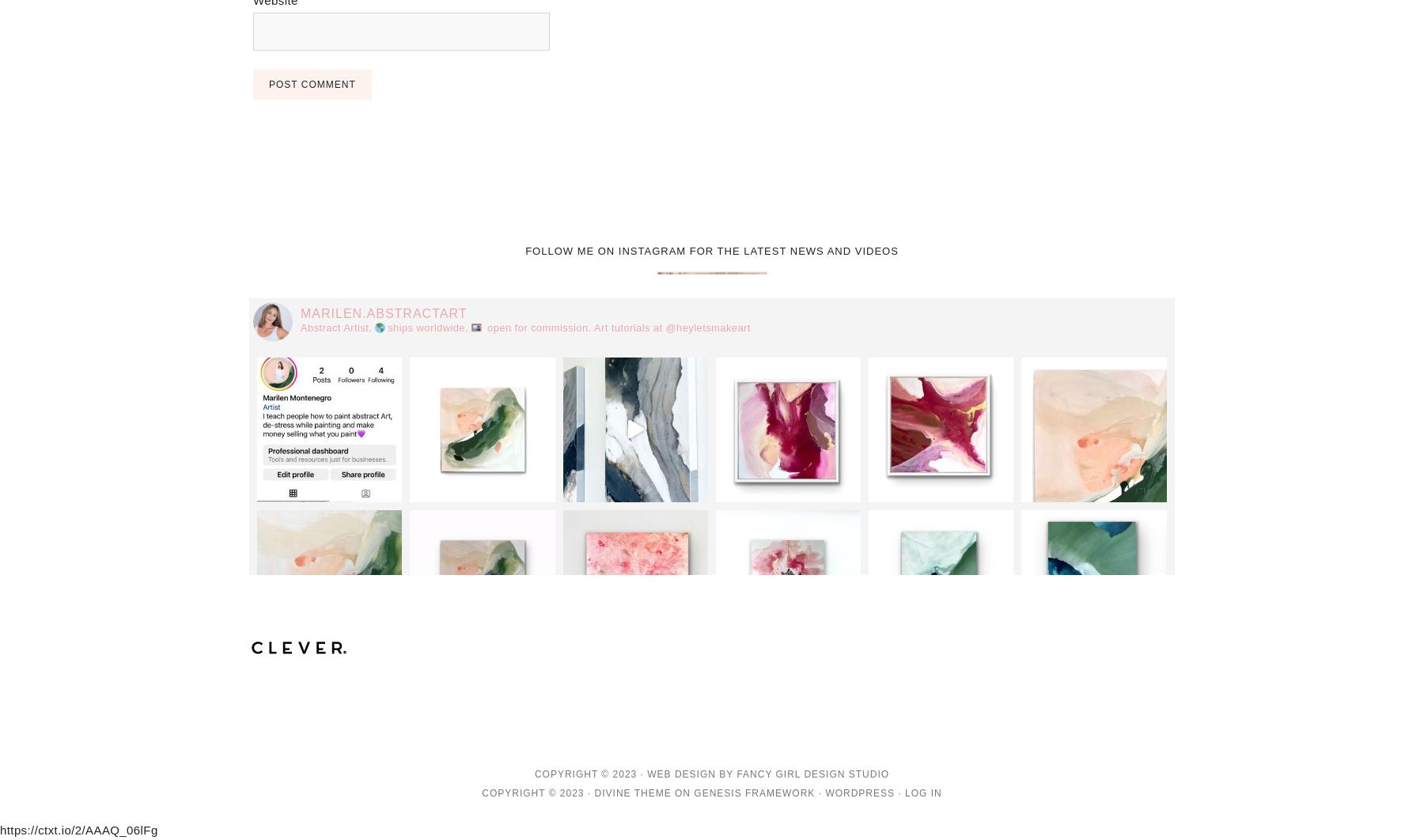 The image size is (1424, 840). What do you see at coordinates (429, 327) in the screenshot?
I see `'ships worldwide,'` at bounding box center [429, 327].